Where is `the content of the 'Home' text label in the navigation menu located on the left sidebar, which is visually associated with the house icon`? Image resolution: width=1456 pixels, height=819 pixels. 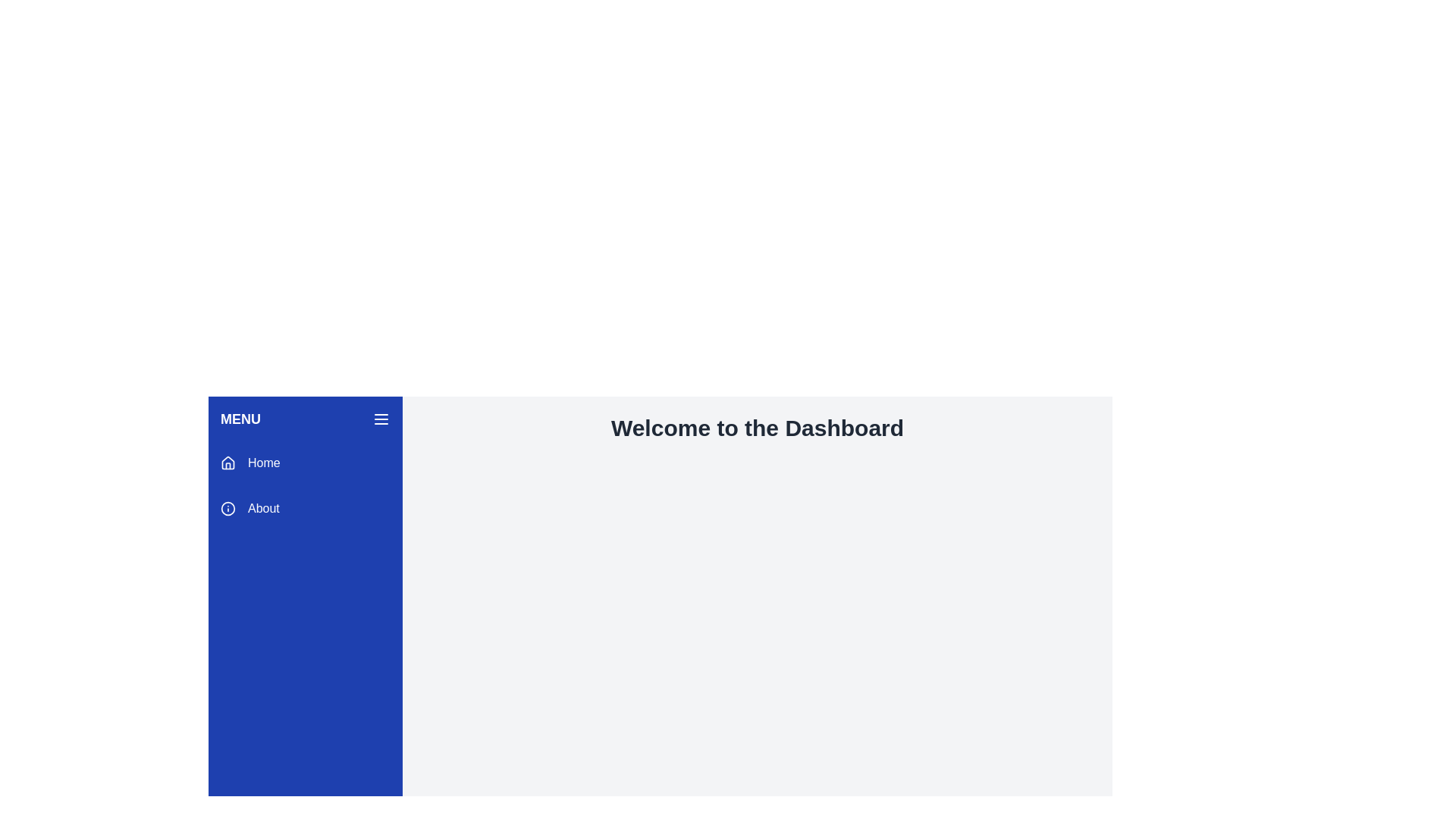
the content of the 'Home' text label in the navigation menu located on the left sidebar, which is visually associated with the house icon is located at coordinates (264, 462).